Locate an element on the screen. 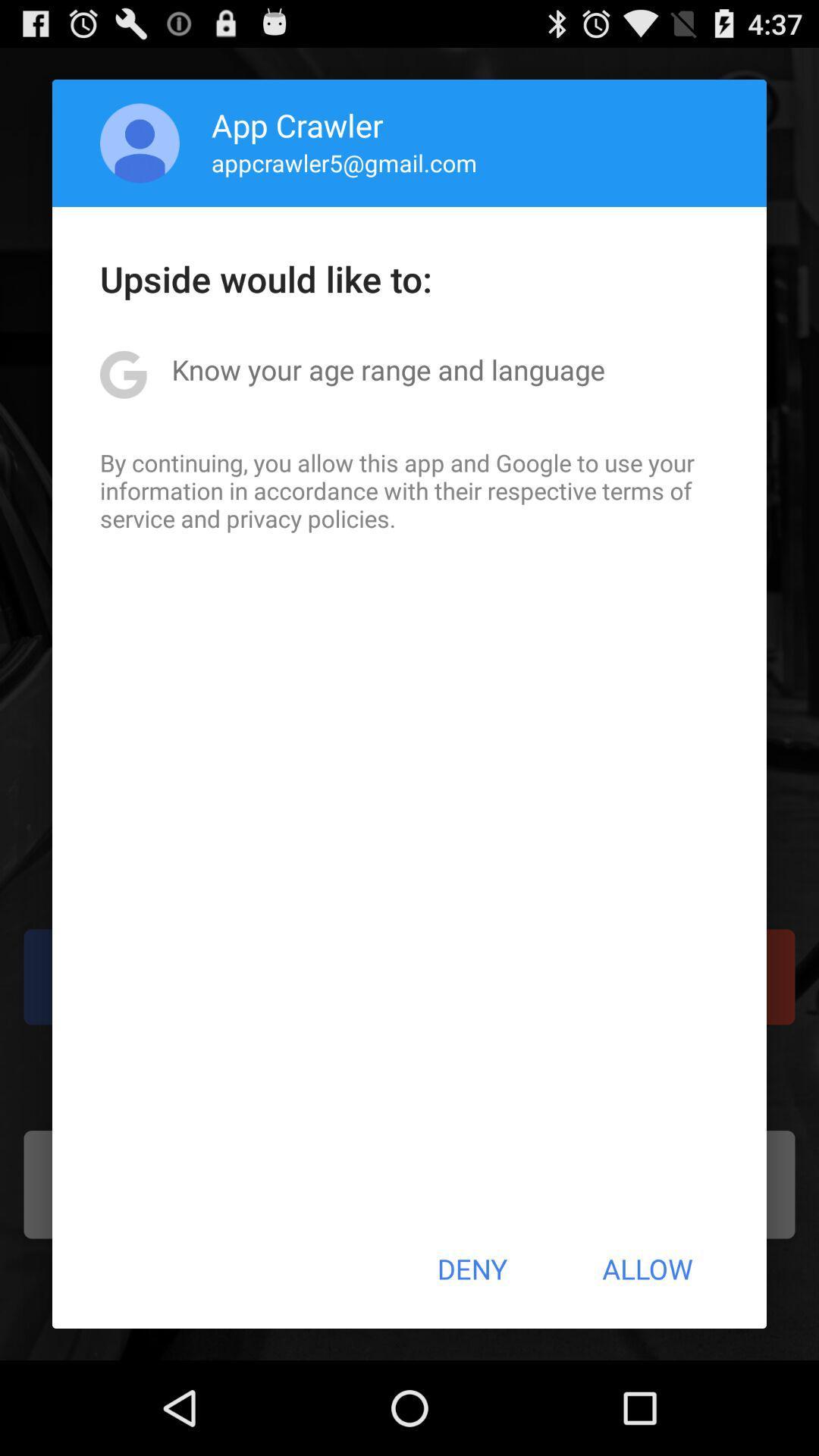 Image resolution: width=819 pixels, height=1456 pixels. item below the app crawler icon is located at coordinates (344, 162).